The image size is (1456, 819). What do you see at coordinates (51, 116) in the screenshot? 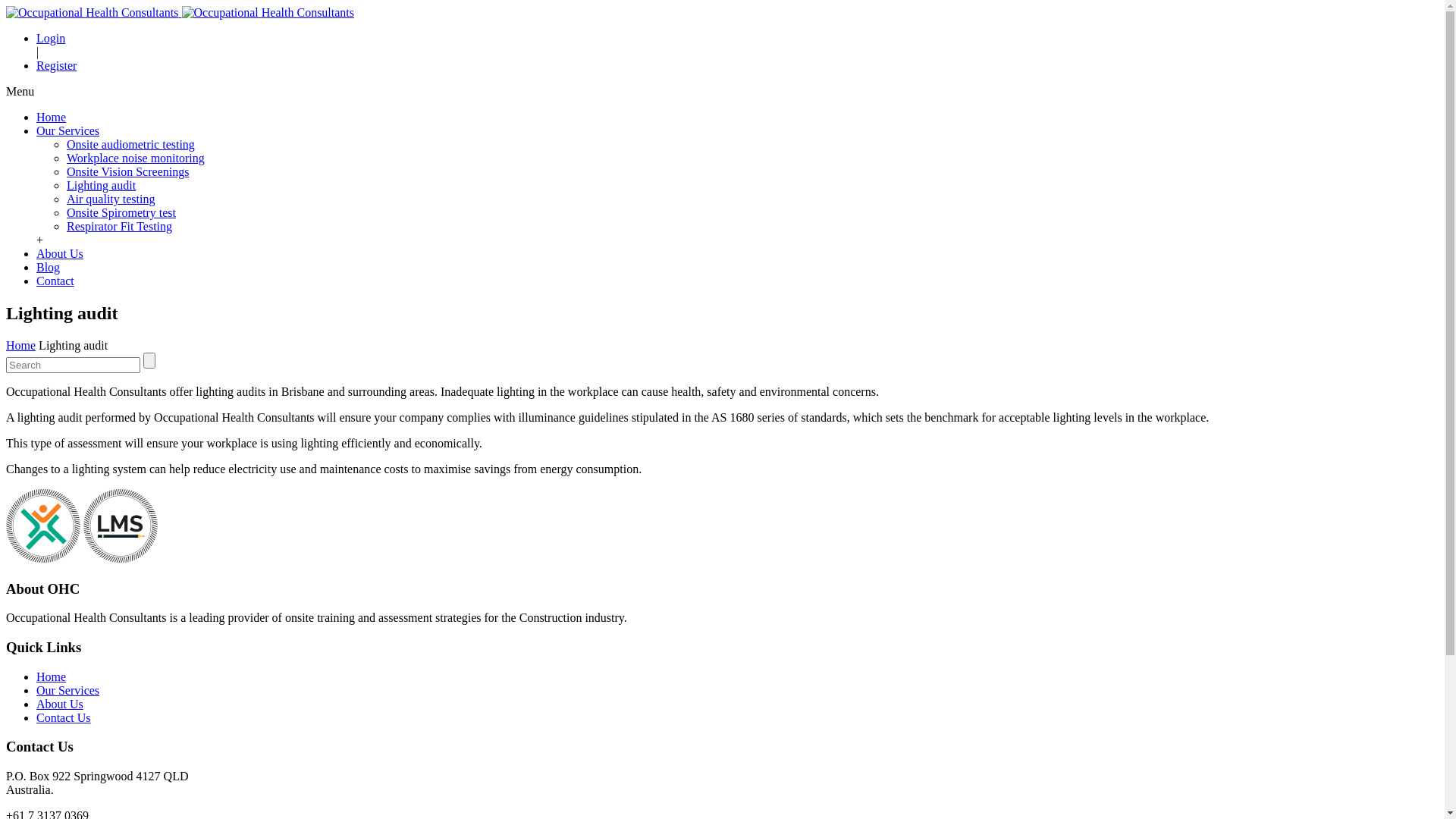
I see `'Home'` at bounding box center [51, 116].